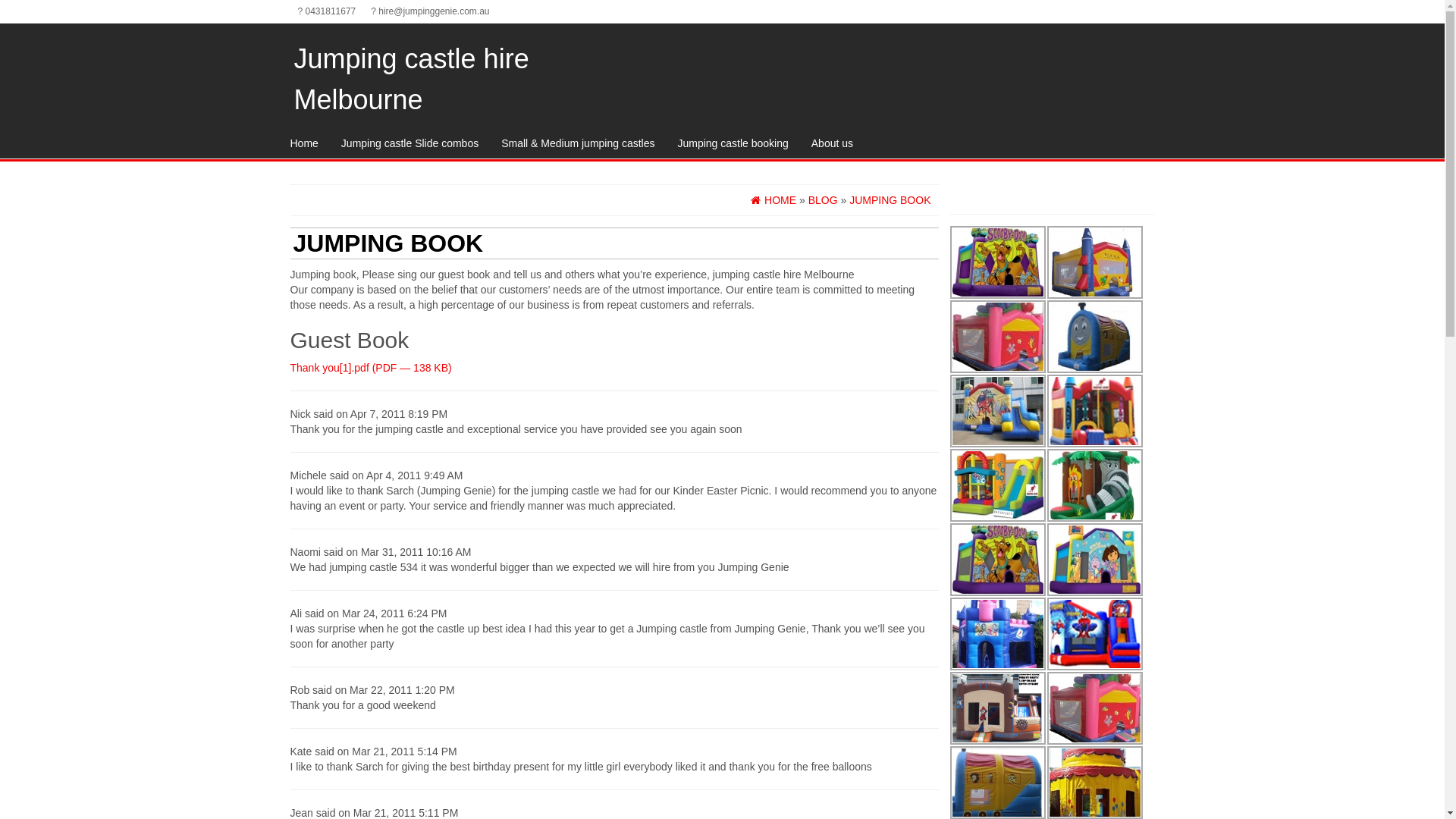 This screenshot has height=819, width=1456. Describe the element at coordinates (997, 559) in the screenshot. I see `'Scooby Doo  Castle 523.jpg'` at that location.